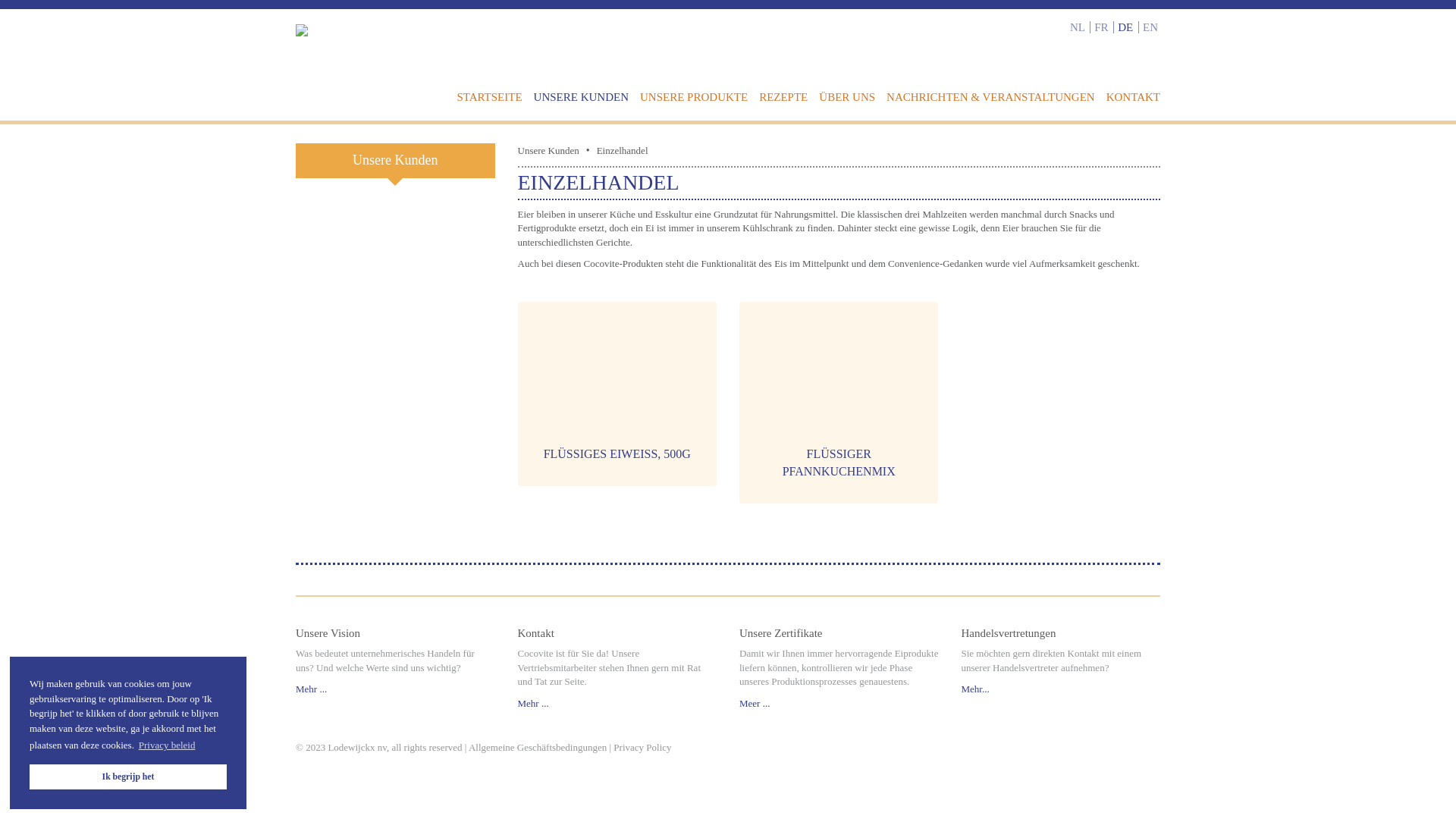 Image resolution: width=1456 pixels, height=819 pixels. What do you see at coordinates (993, 96) in the screenshot?
I see `'NACHRICHTEN & VERANSTALTUNGEN'` at bounding box center [993, 96].